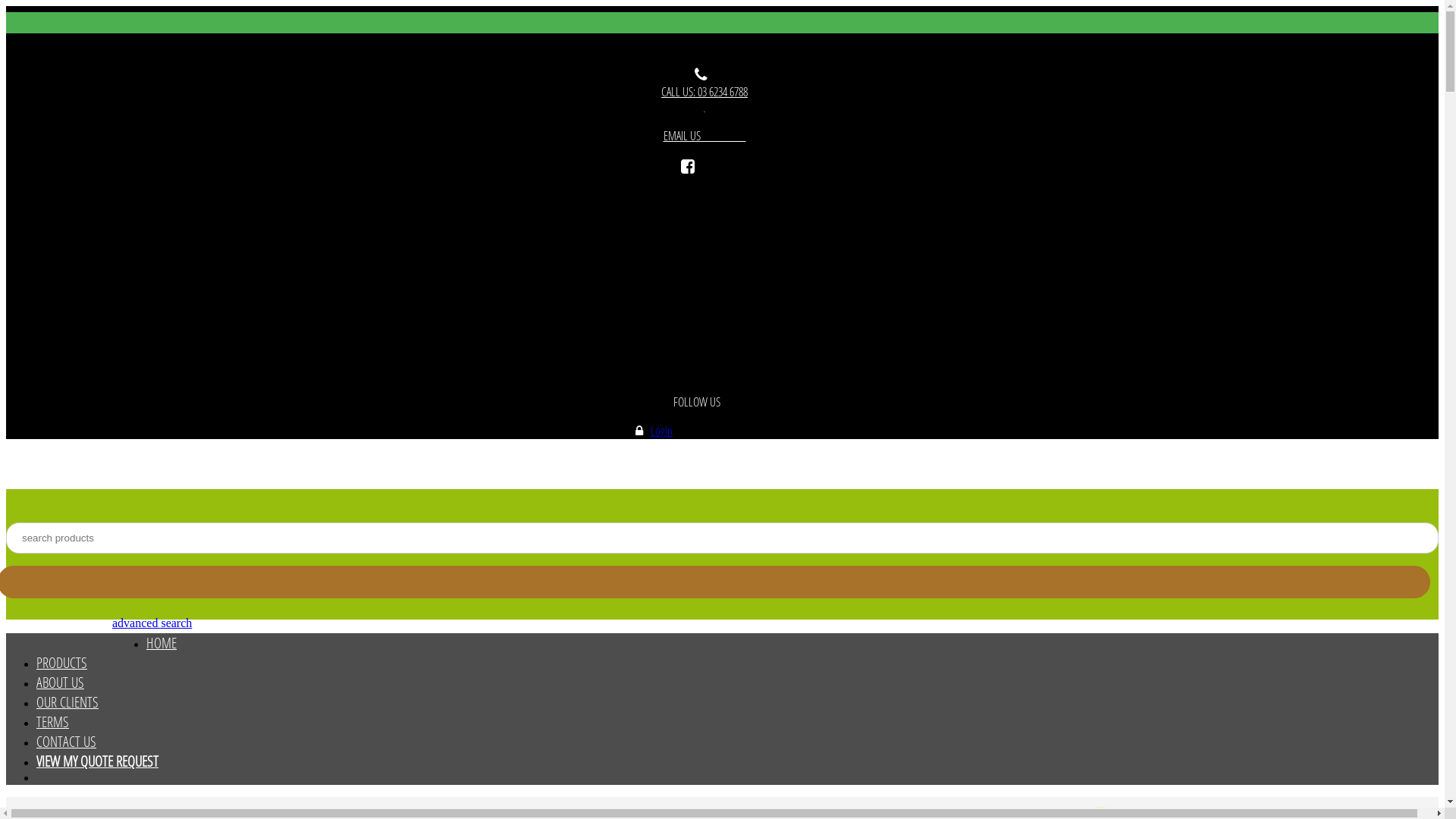 The image size is (1456, 819). I want to click on 'advanced search', so click(152, 623).